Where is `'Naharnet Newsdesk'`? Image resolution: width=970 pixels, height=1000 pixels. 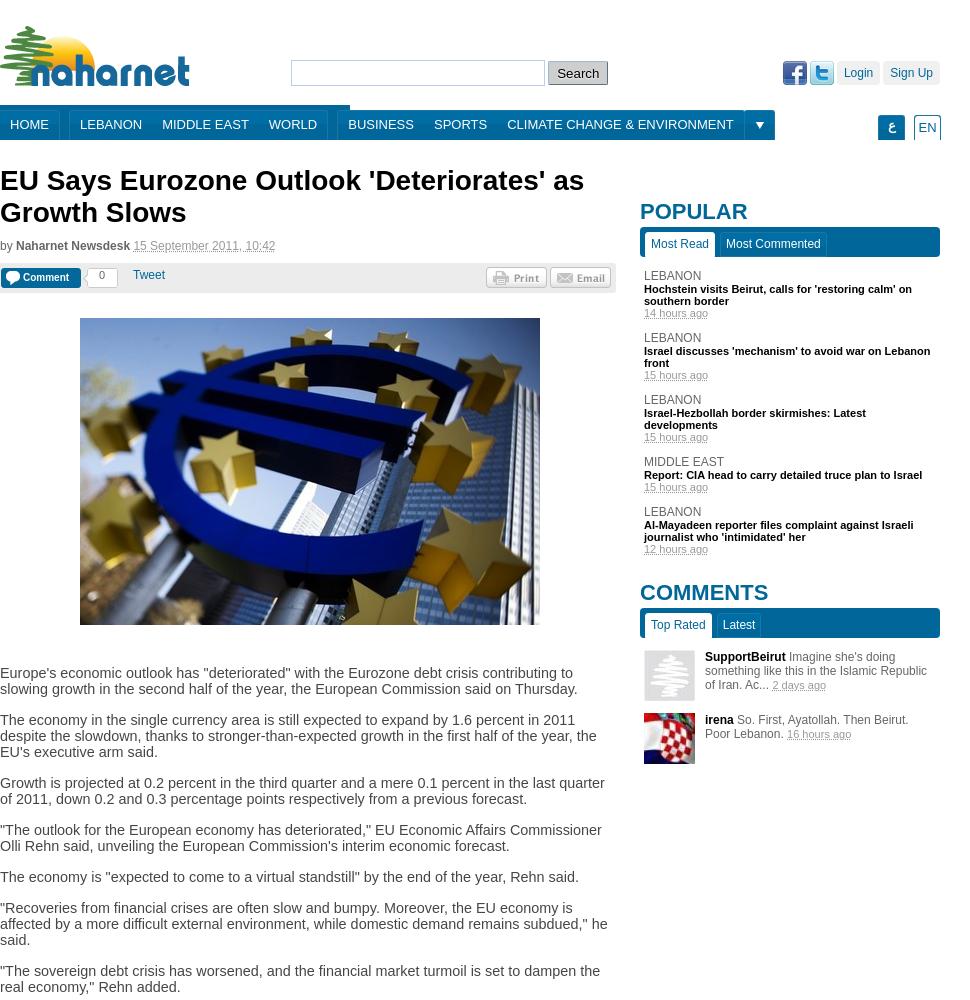
'Naharnet Newsdesk' is located at coordinates (16, 245).